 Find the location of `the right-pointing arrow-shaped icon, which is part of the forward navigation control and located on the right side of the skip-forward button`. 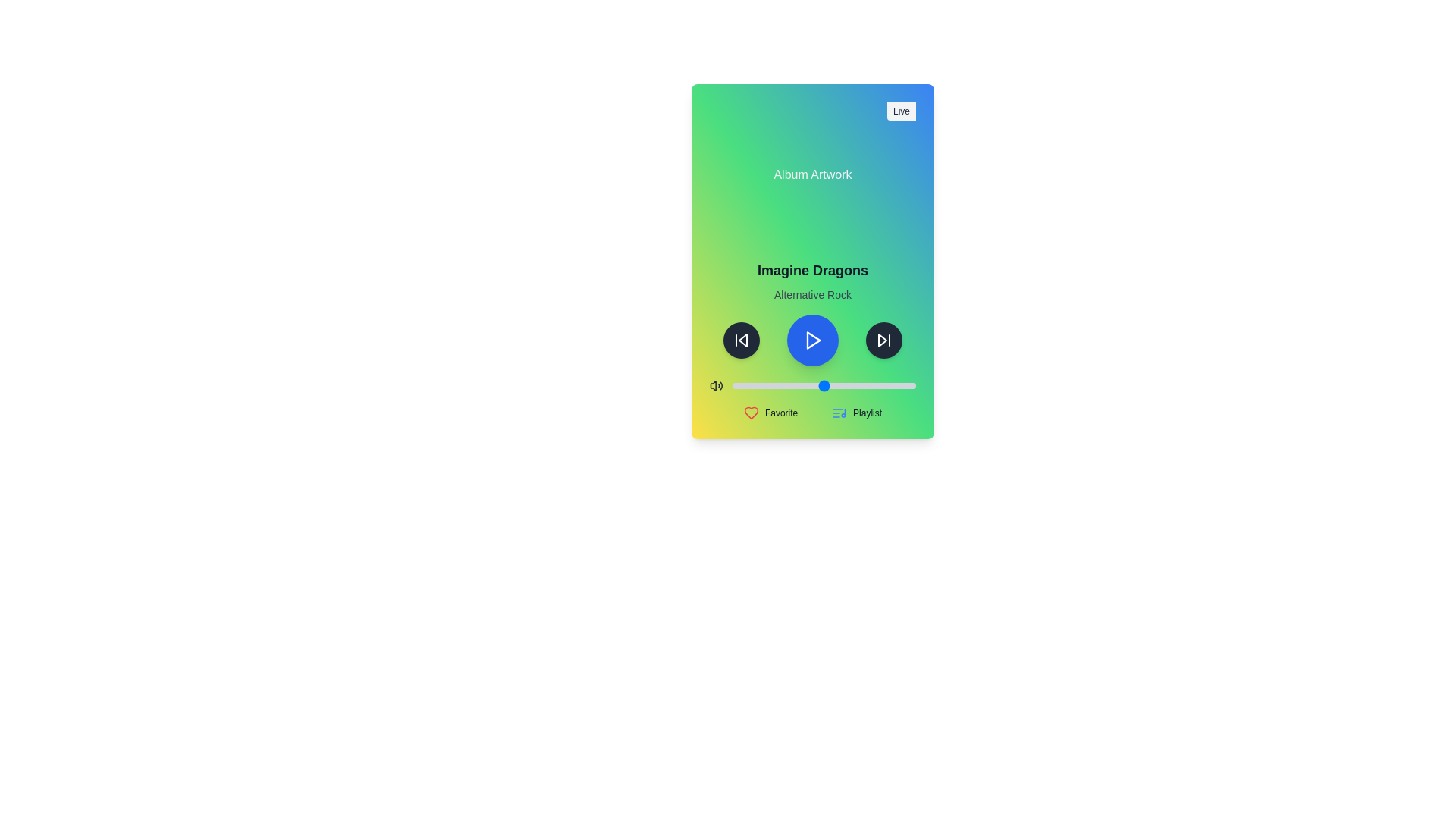

the right-pointing arrow-shaped icon, which is part of the forward navigation control and located on the right side of the skip-forward button is located at coordinates (882, 339).